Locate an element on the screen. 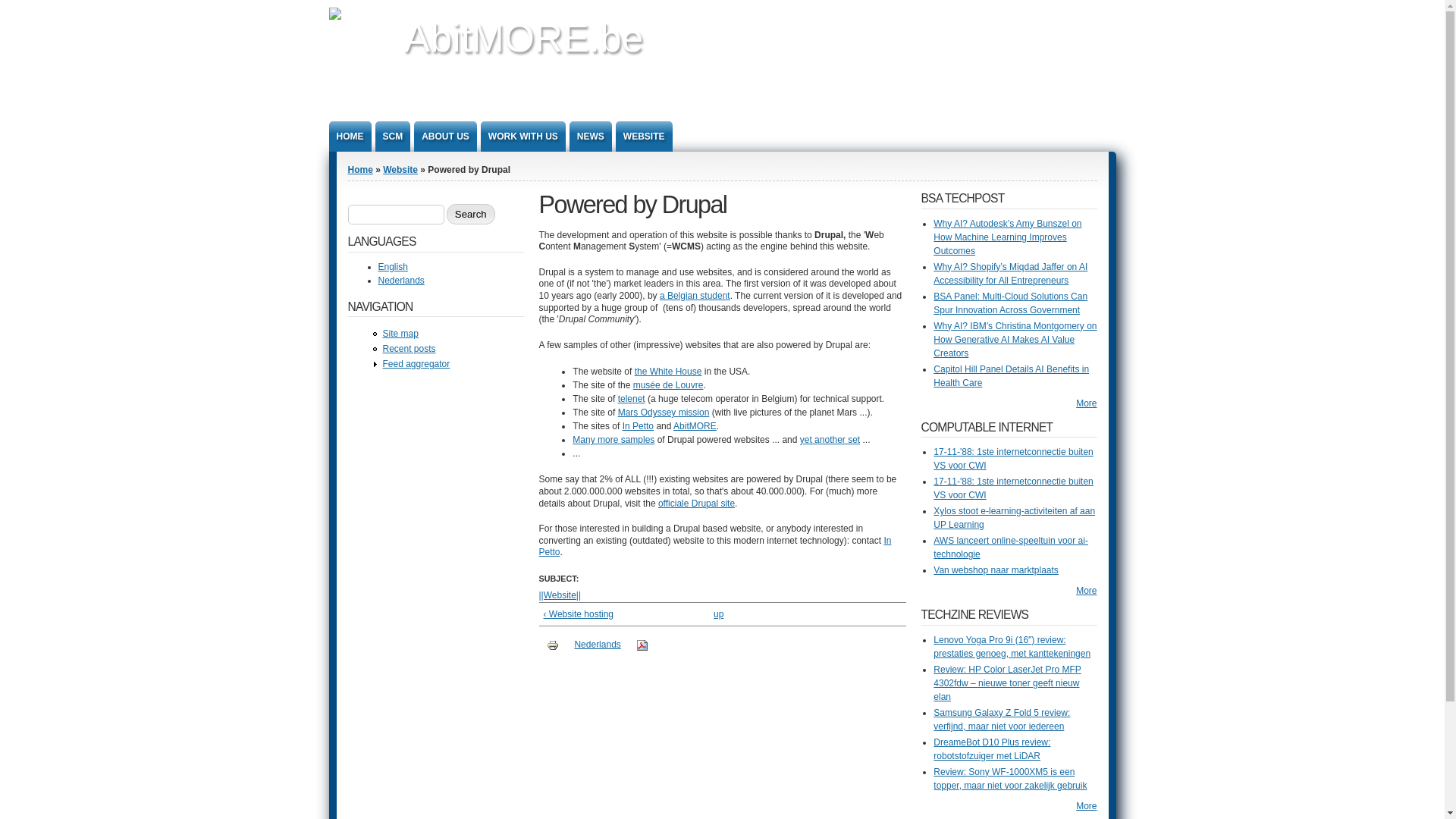 The width and height of the screenshot is (1456, 819). 'officiale Drupal site' is located at coordinates (695, 503).